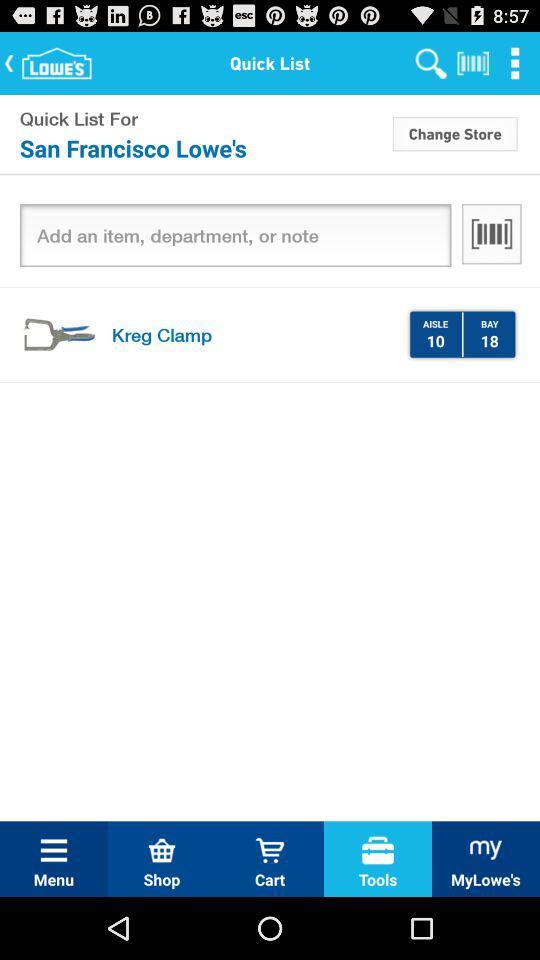 The image size is (540, 960). I want to click on the app to the right of aisle app, so click(462, 334).